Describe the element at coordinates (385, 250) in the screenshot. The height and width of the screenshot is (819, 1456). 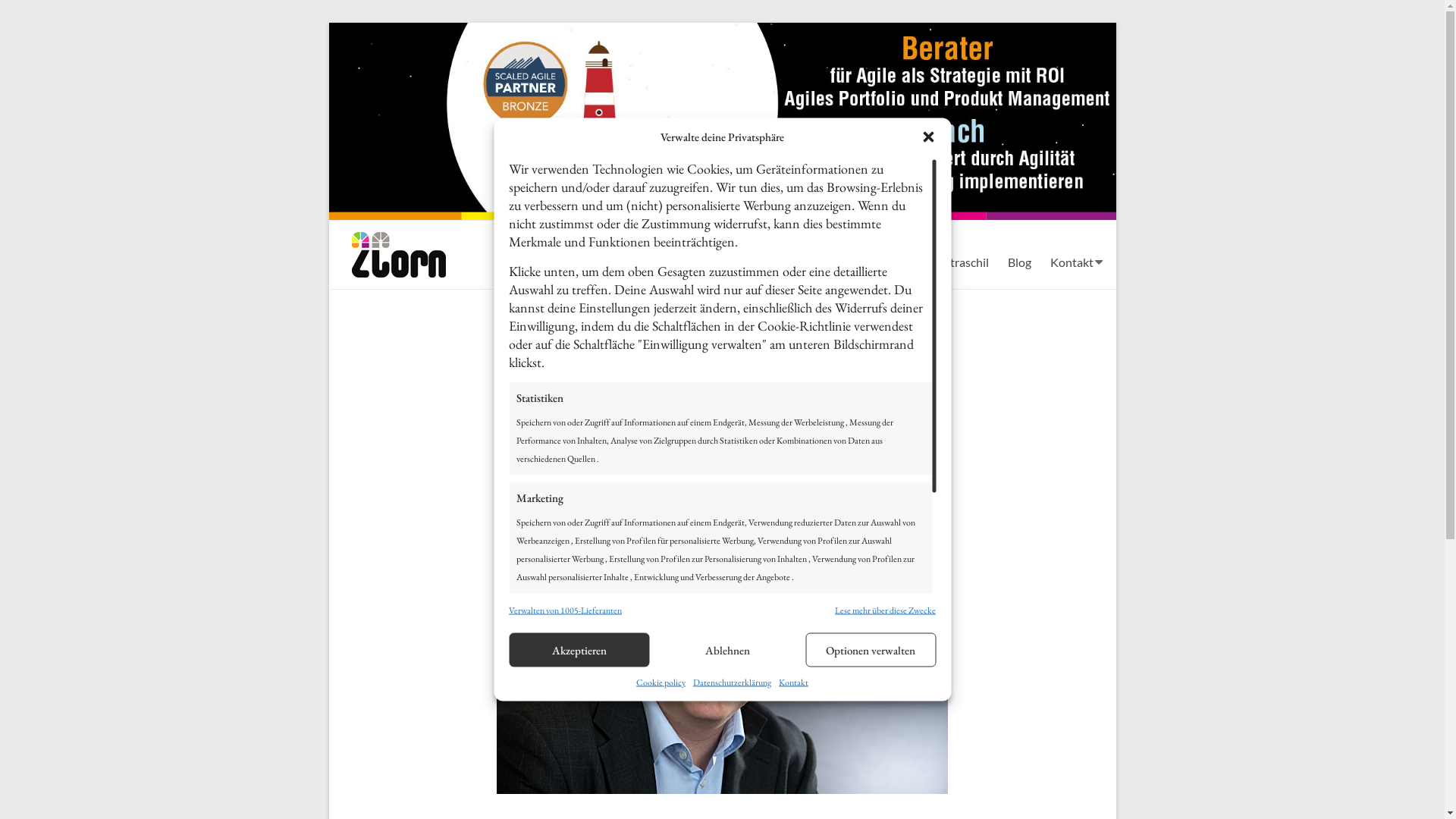
I see `'2Corn'` at that location.